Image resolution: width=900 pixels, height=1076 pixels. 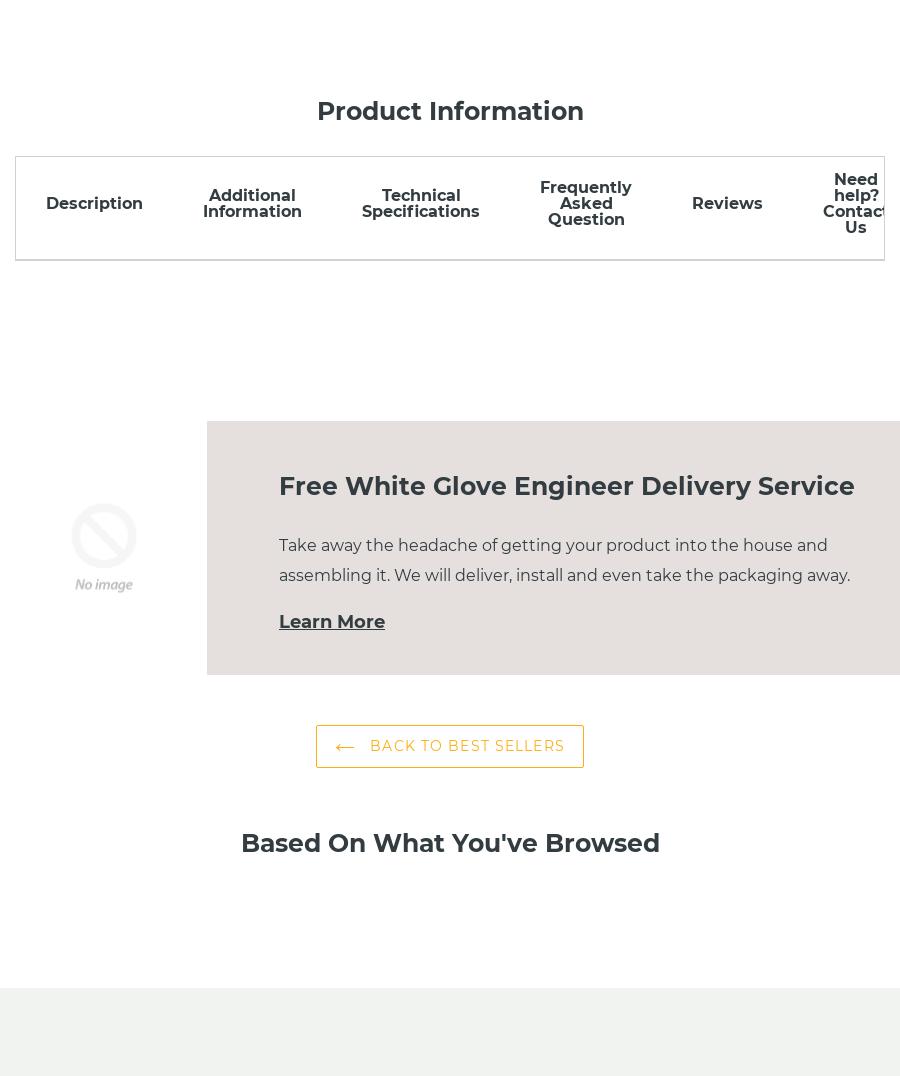 I want to click on 'Take away the headache of getting your product into the house and assembling it. We will deliver, install and even take the packaging away.', so click(x=564, y=559).